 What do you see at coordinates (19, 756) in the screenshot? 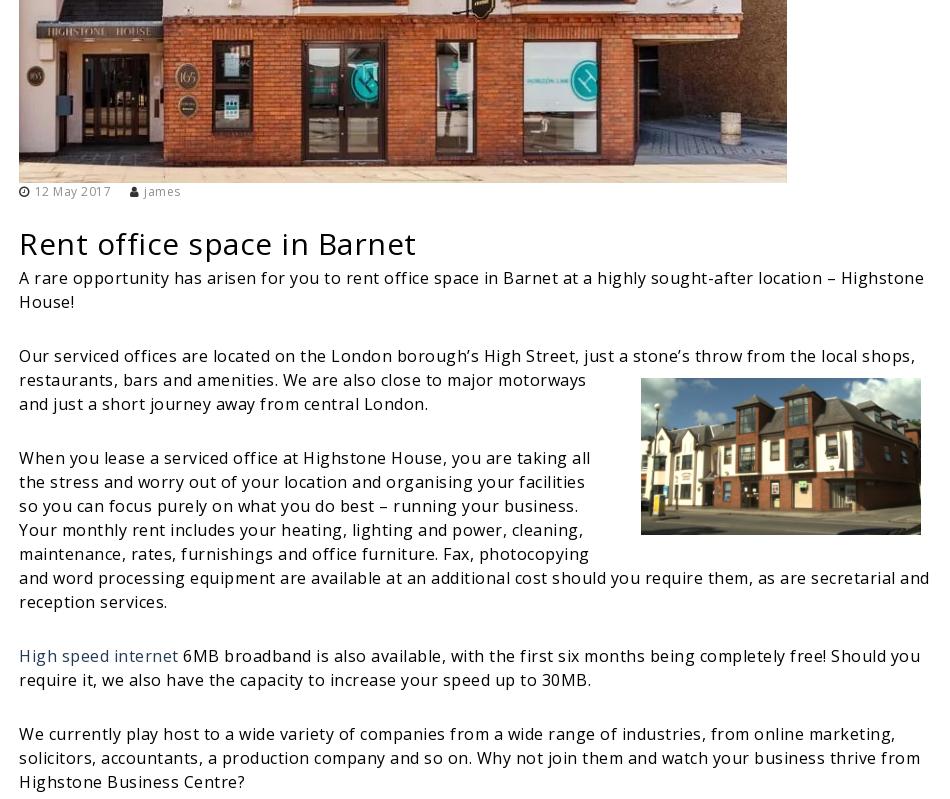
I see `'We currently play host to a wide variety of companies from a wide range of industries, from online marketing, solicitors, accountants, a production company and so on. Why not join them and watch your business thrive from Highstone Business Centre?'` at bounding box center [19, 756].